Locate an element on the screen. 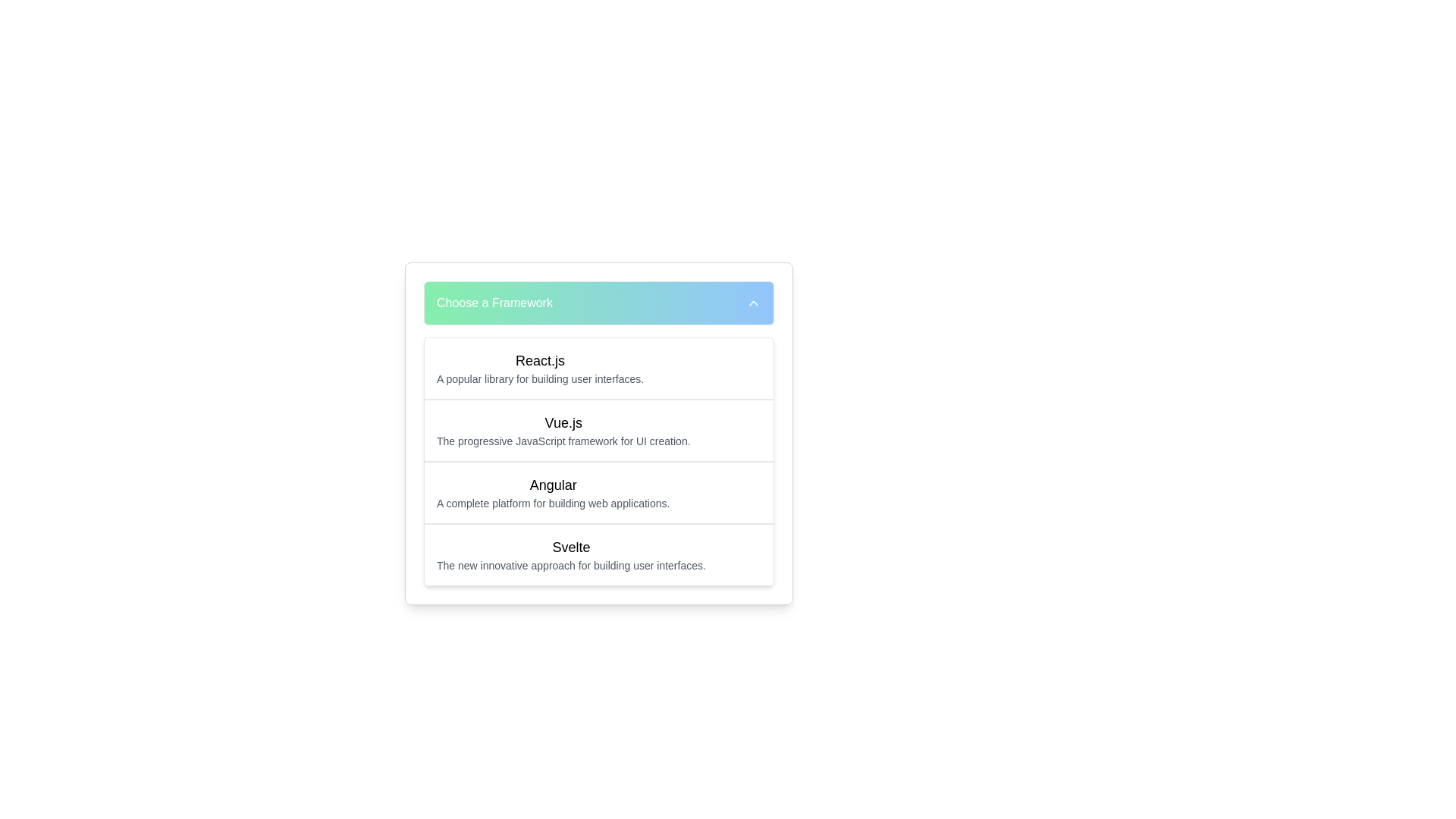 The height and width of the screenshot is (819, 1456). information presented in the text block that summarizes the Svelte framework, which is the fourth item in the list of framework descriptions is located at coordinates (570, 555).